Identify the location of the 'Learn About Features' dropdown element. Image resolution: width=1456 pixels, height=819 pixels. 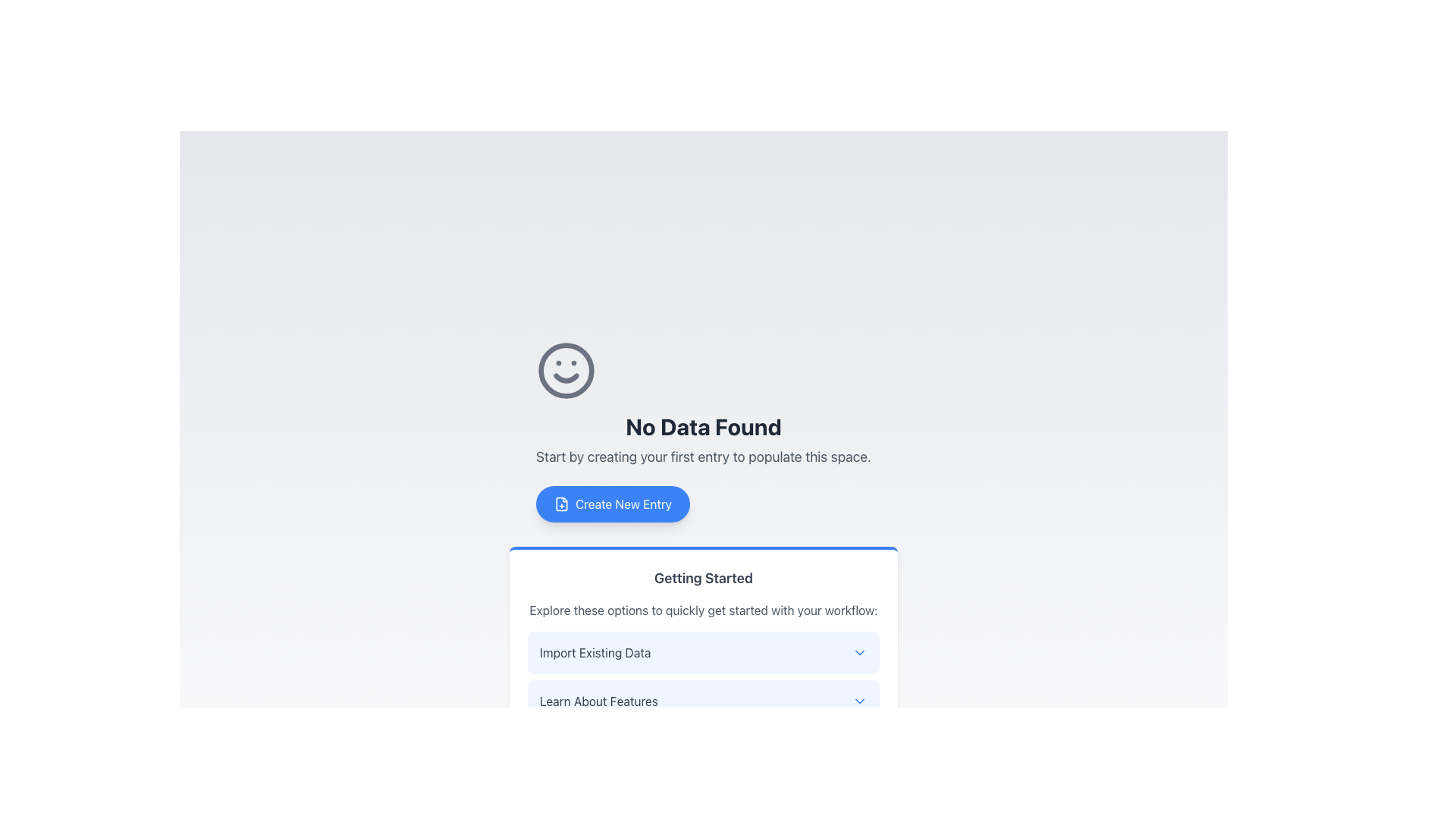
(702, 701).